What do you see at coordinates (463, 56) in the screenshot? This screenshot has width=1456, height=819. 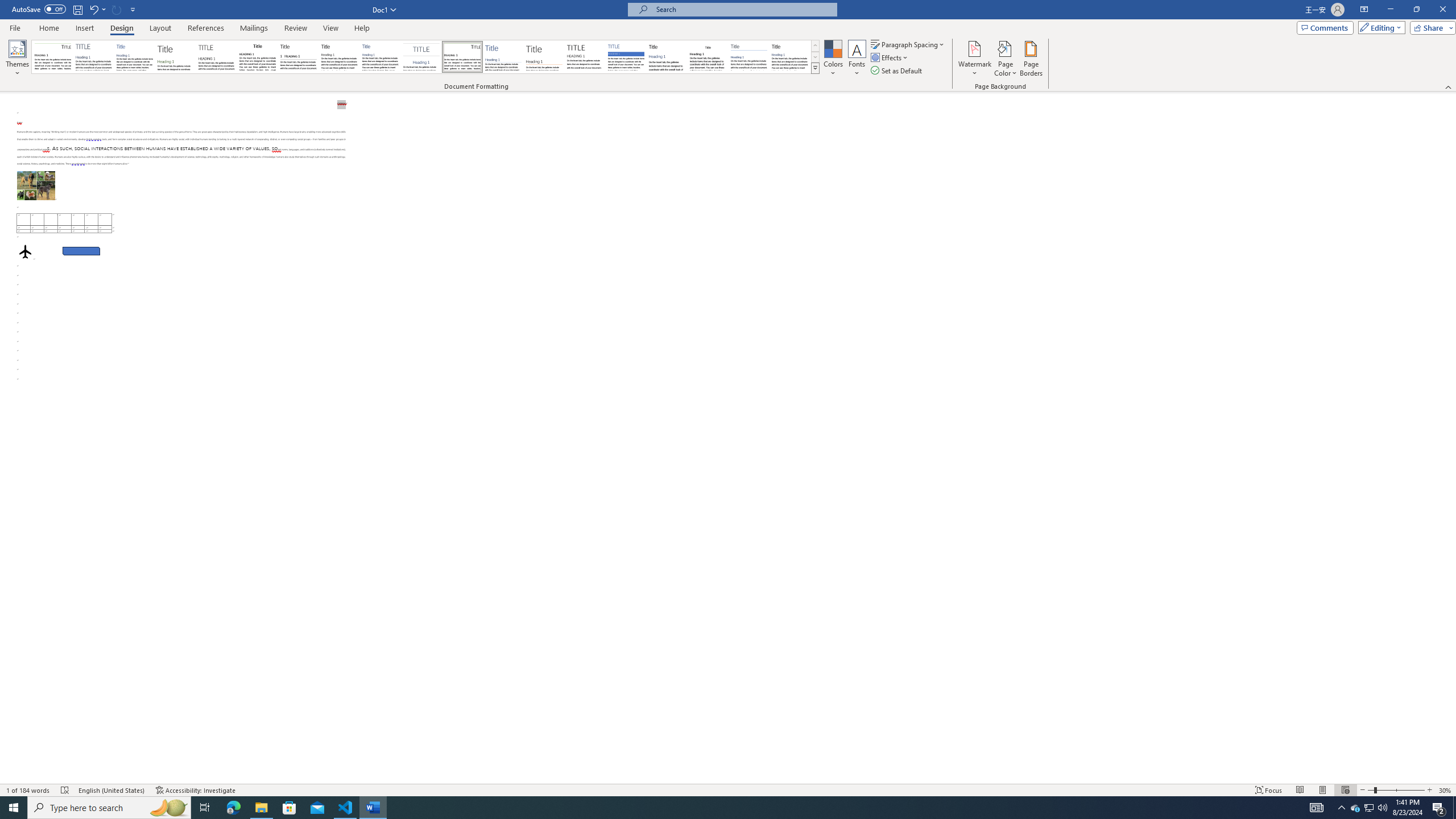 I see `'Lines (Distinctive)'` at bounding box center [463, 56].